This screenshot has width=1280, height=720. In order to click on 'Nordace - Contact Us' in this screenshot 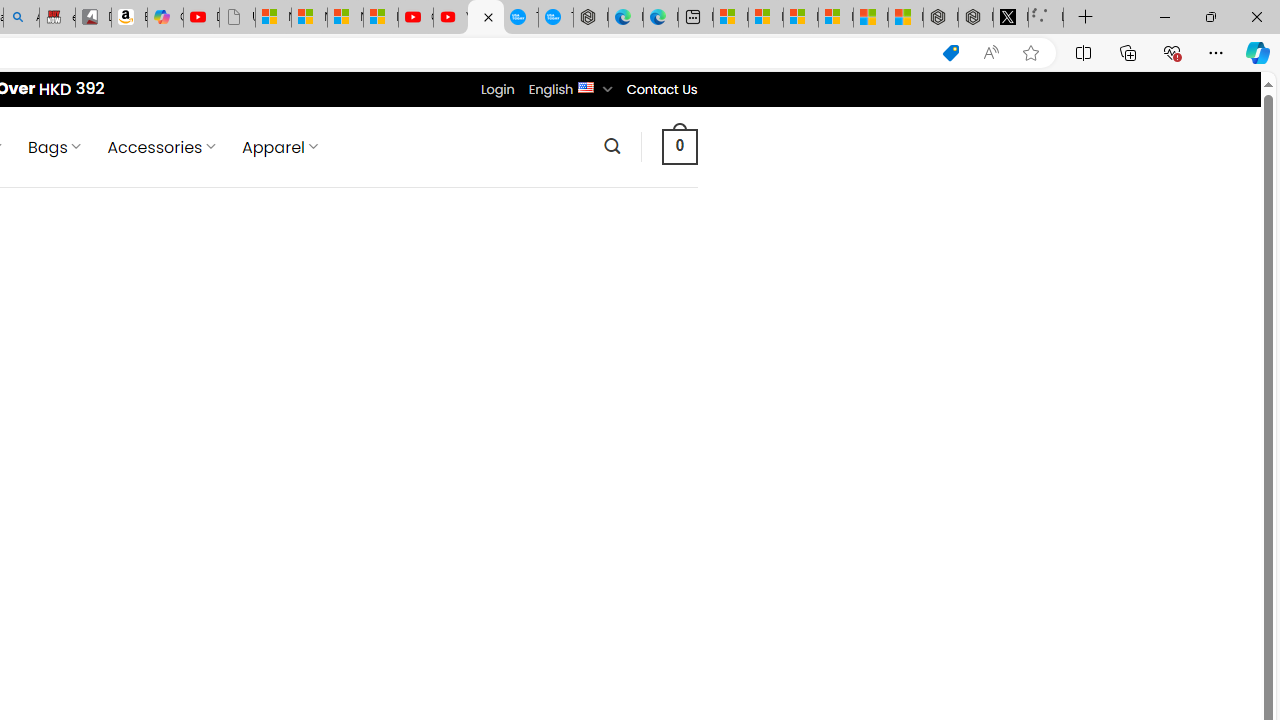, I will do `click(485, 17)`.